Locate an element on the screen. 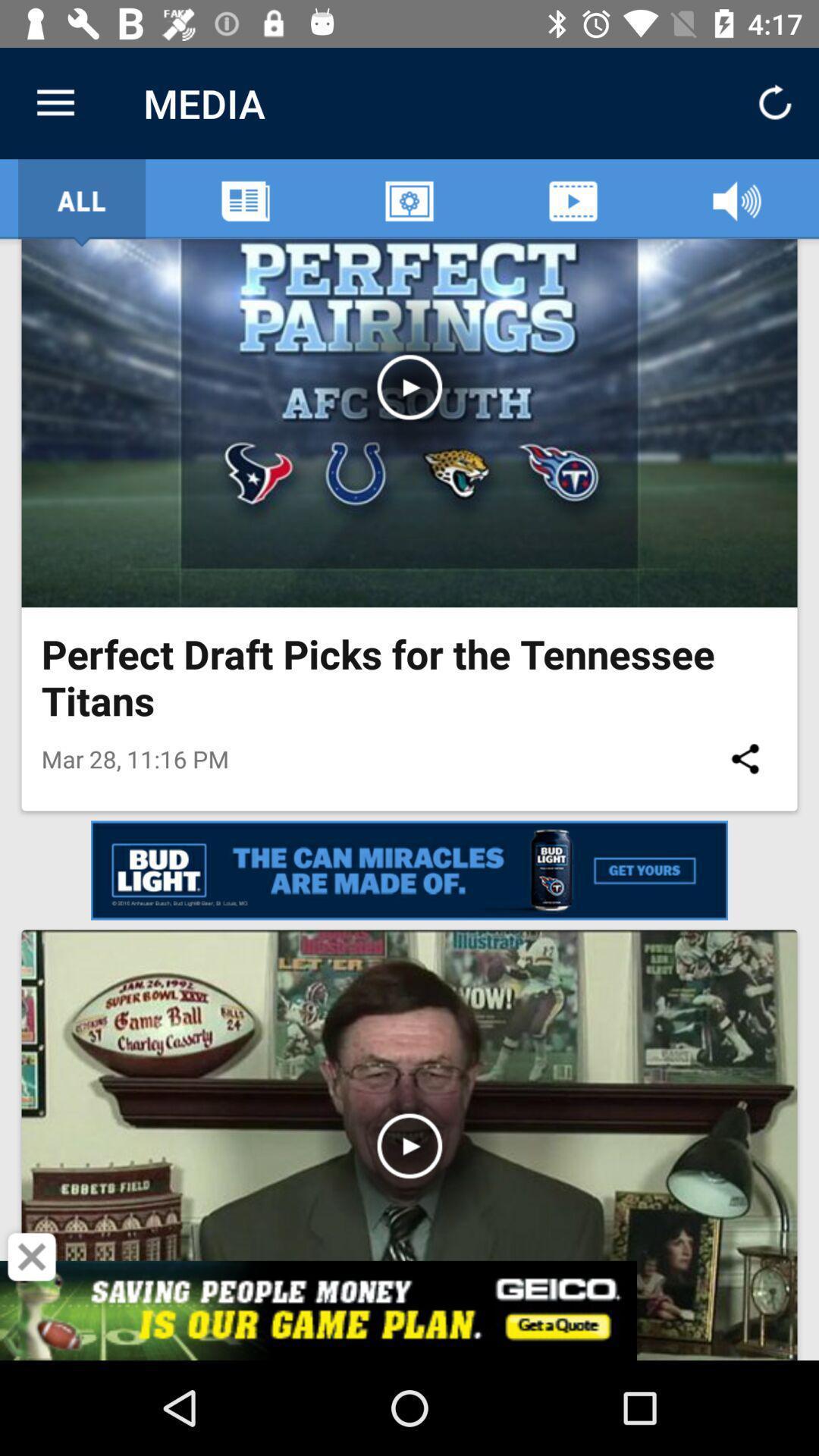  icon at the bottom left corner is located at coordinates (32, 1257).